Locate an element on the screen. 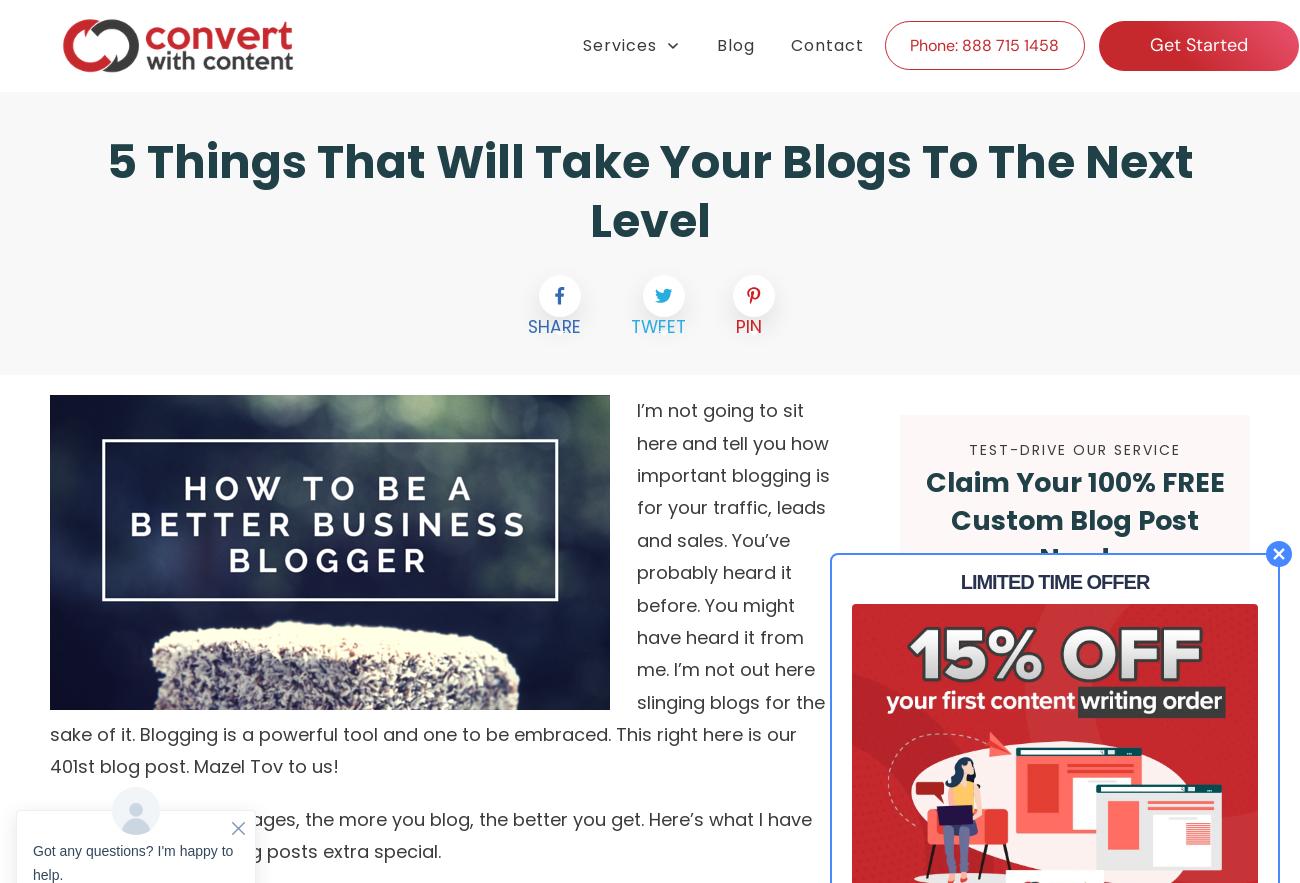 The height and width of the screenshot is (883, 1300). 'Now, don’t get discourages, the more you blog, the better you get. Here’s what I have found to make our blog posts extra special.' is located at coordinates (430, 834).